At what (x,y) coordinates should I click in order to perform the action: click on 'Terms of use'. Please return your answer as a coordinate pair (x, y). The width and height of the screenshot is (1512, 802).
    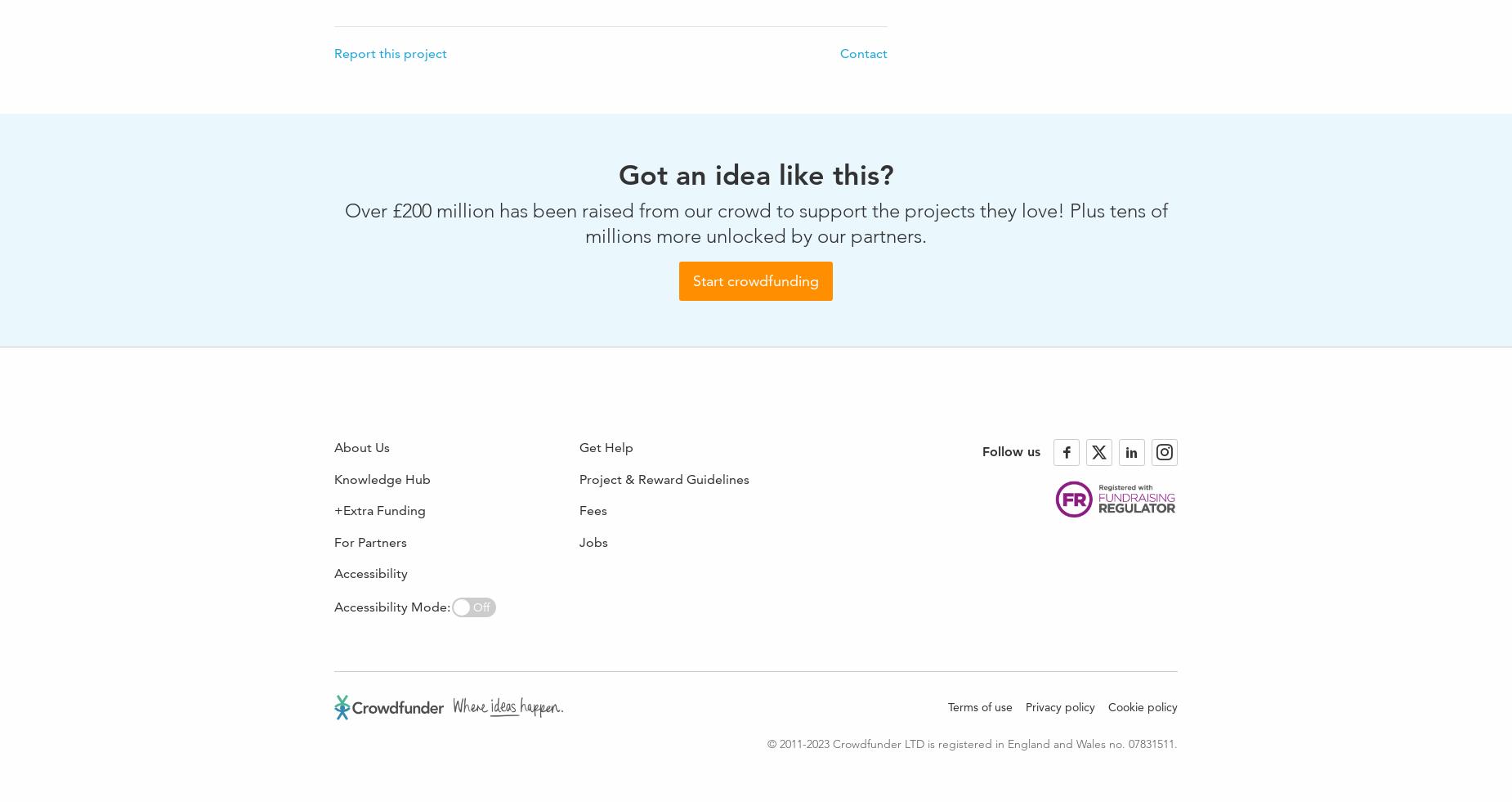
    Looking at the image, I should click on (979, 707).